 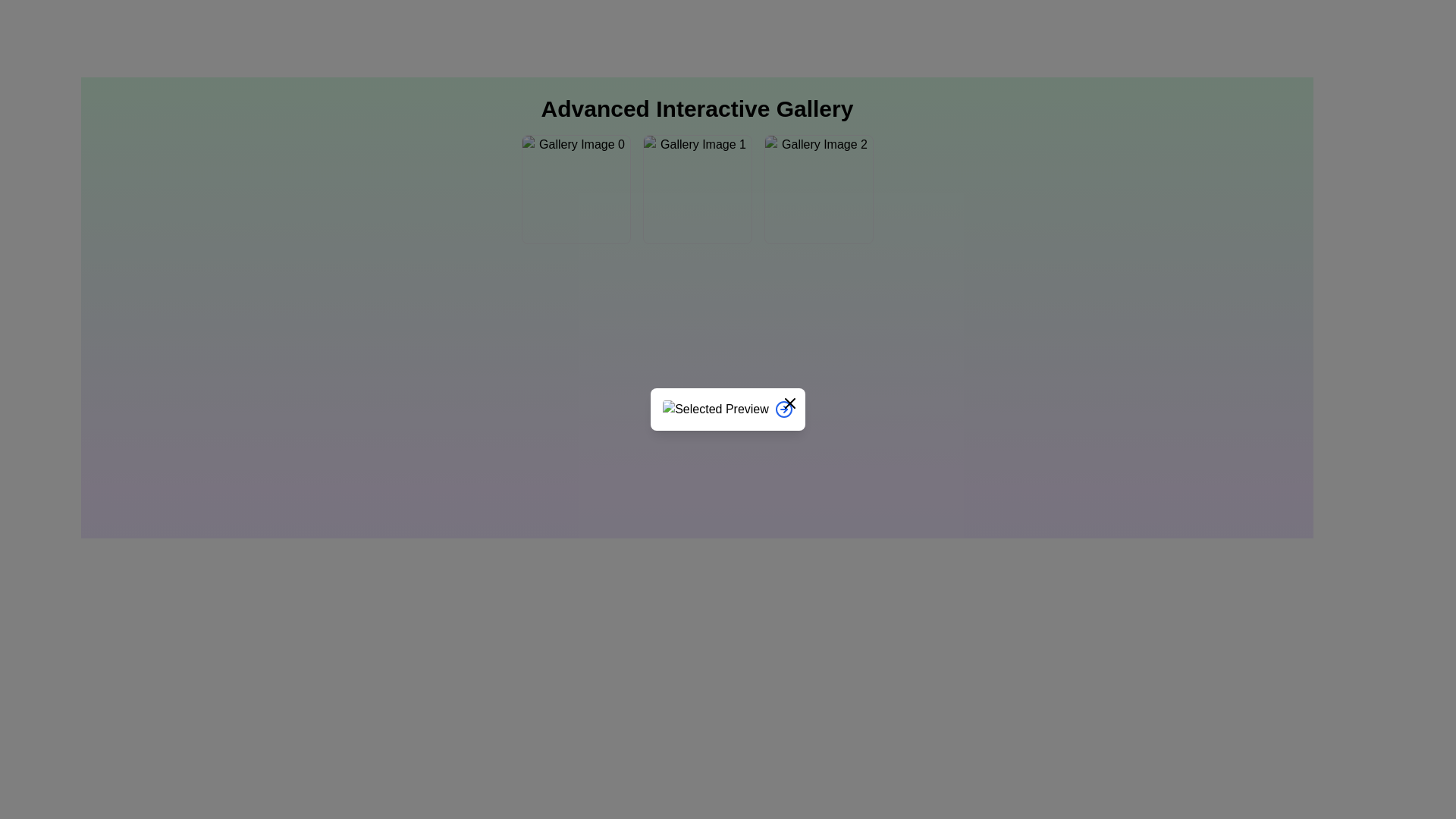 What do you see at coordinates (817, 189) in the screenshot?
I see `the square image button with a blue rounded rectangular border` at bounding box center [817, 189].